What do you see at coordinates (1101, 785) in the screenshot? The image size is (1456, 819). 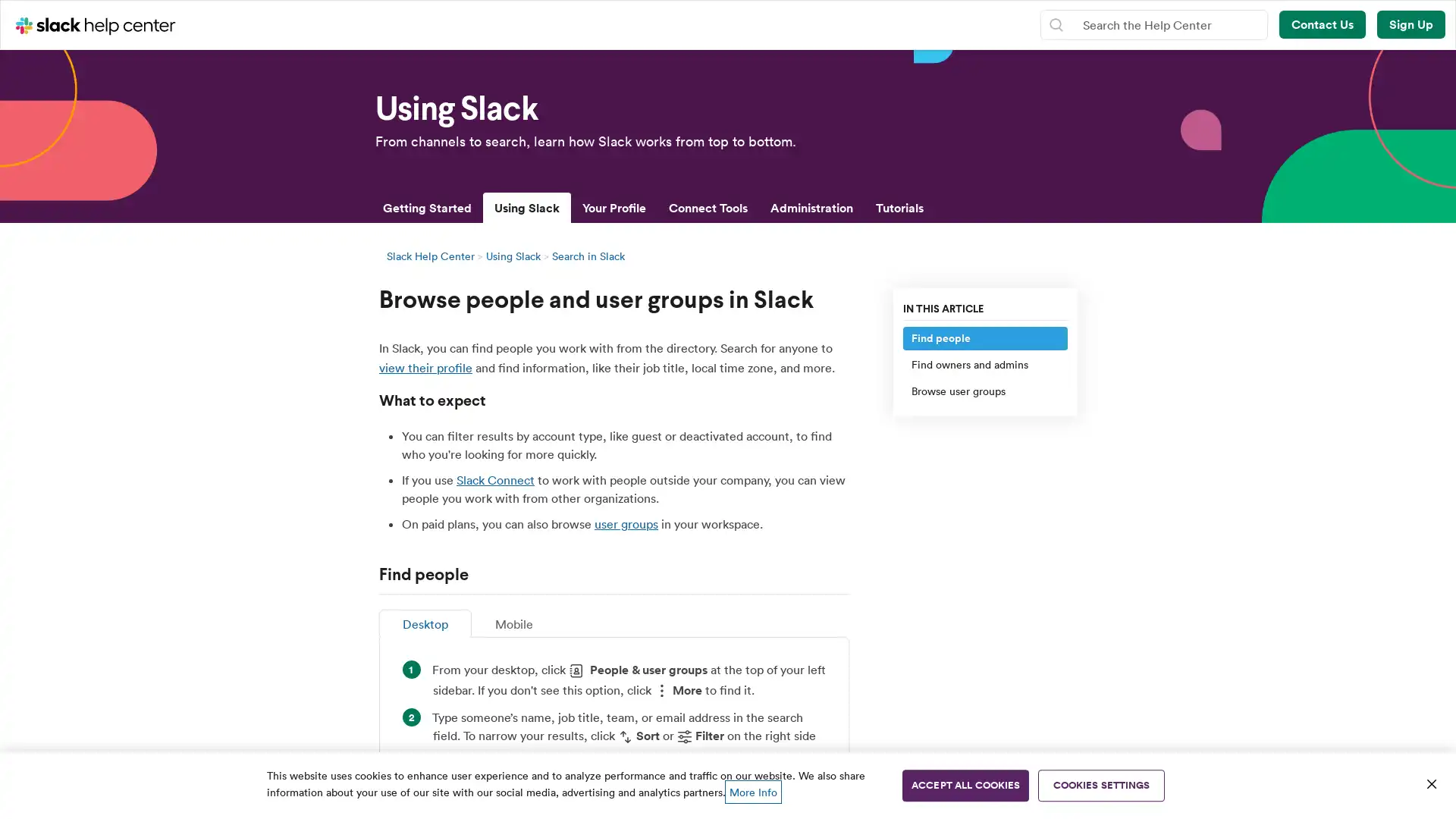 I see `COOKIES SETTINGS` at bounding box center [1101, 785].